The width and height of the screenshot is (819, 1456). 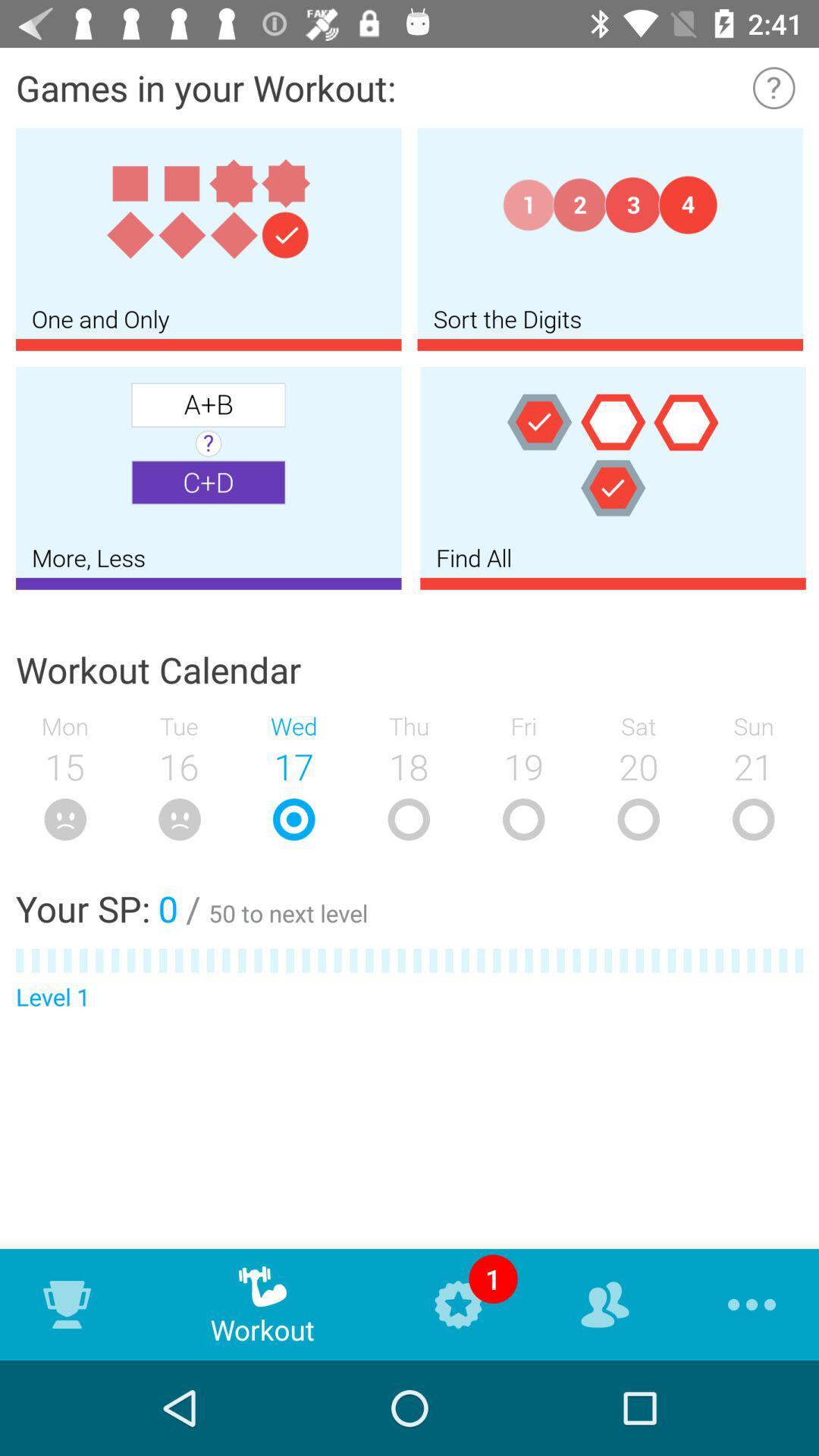 What do you see at coordinates (773, 86) in the screenshot?
I see `icon next to the games in your item` at bounding box center [773, 86].